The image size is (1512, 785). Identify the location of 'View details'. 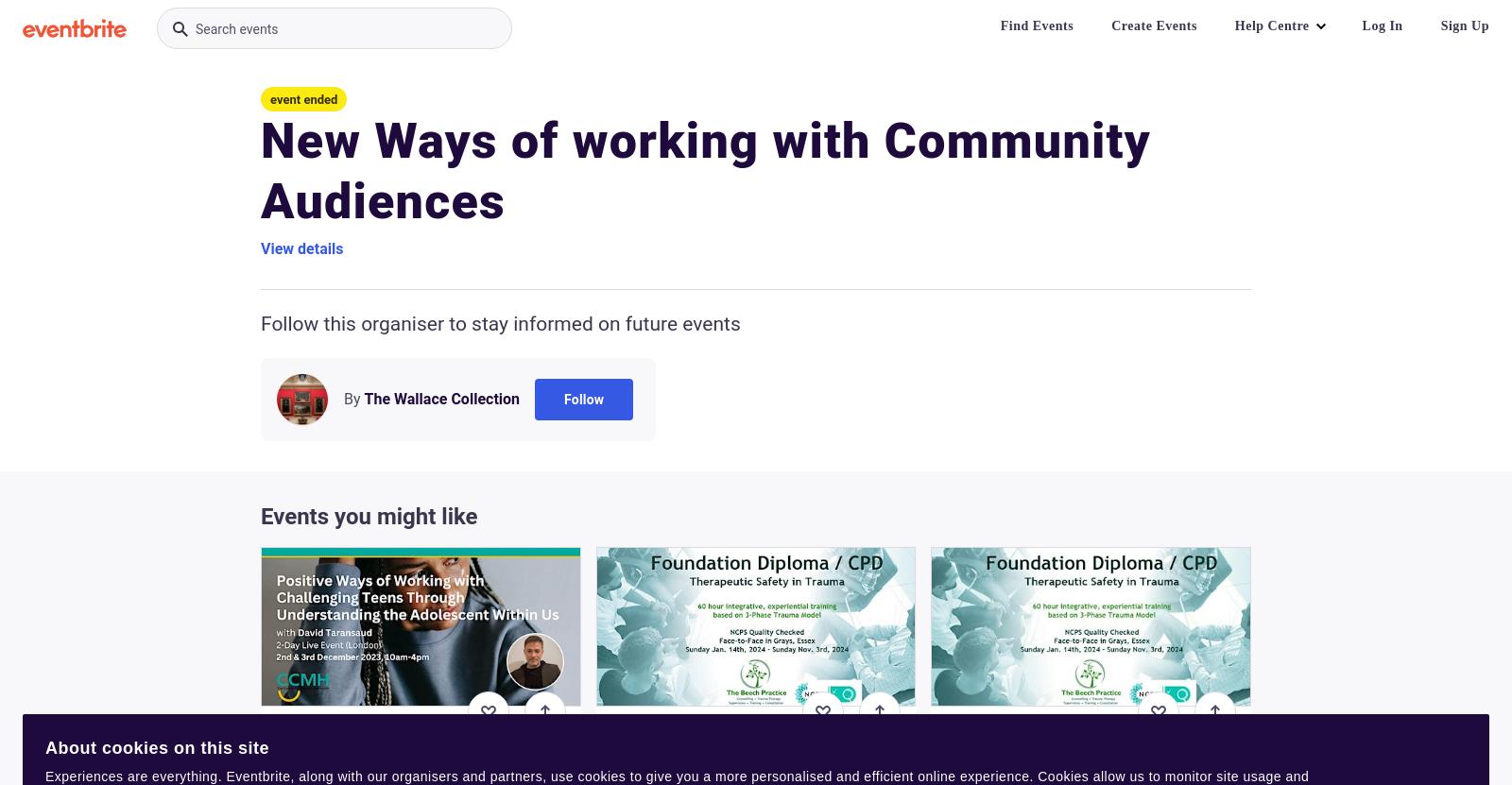
(301, 247).